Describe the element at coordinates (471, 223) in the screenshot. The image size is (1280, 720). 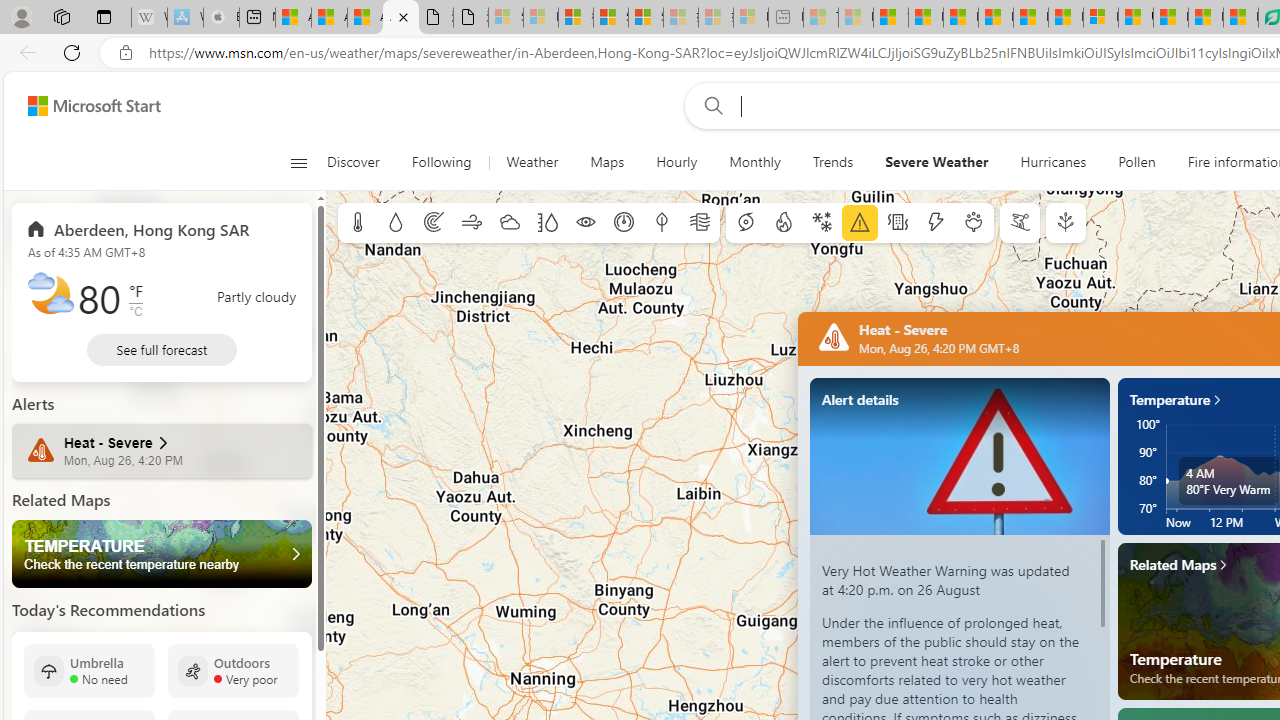
I see `'Wind'` at that location.